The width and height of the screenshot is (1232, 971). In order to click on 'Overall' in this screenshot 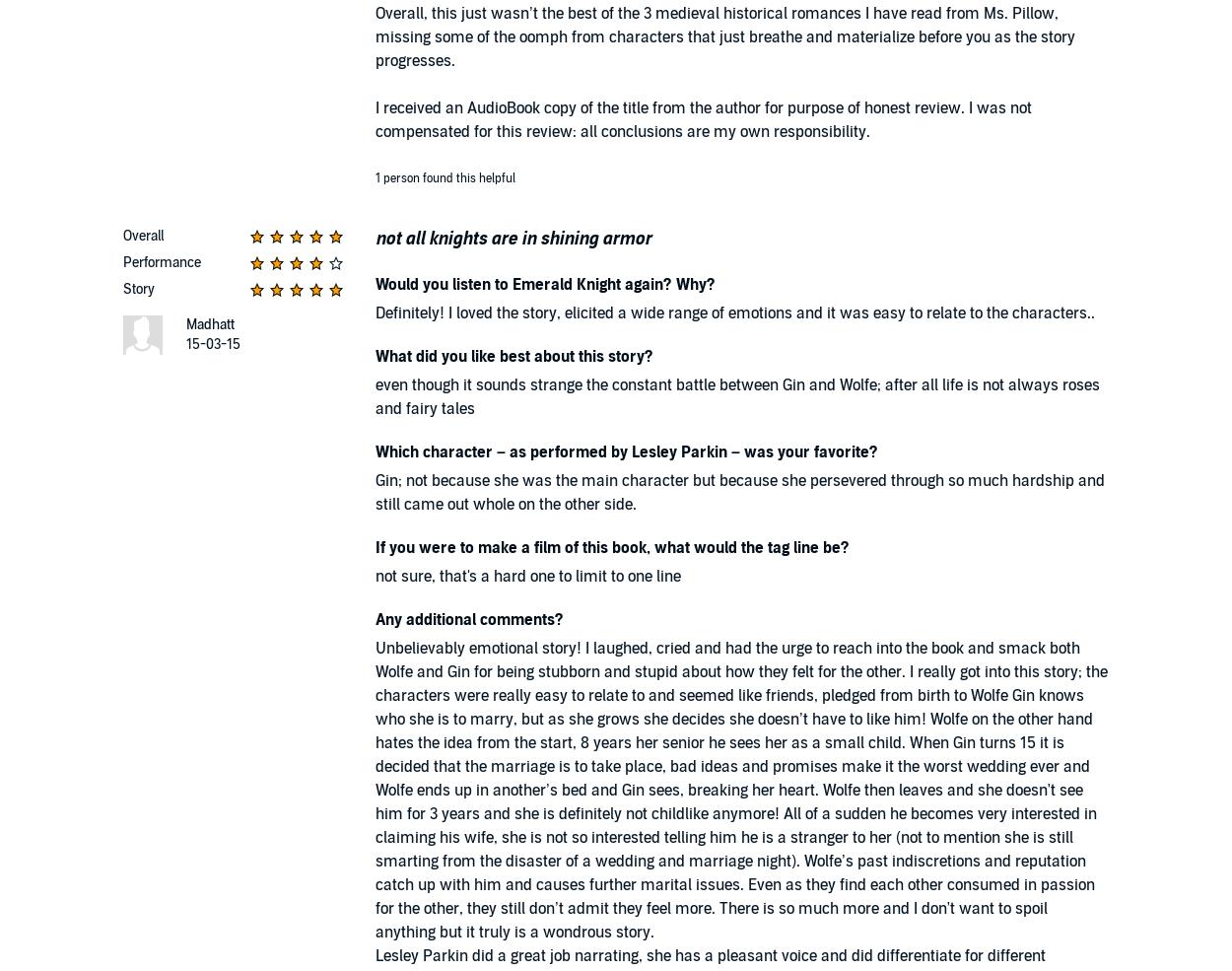, I will do `click(123, 235)`.